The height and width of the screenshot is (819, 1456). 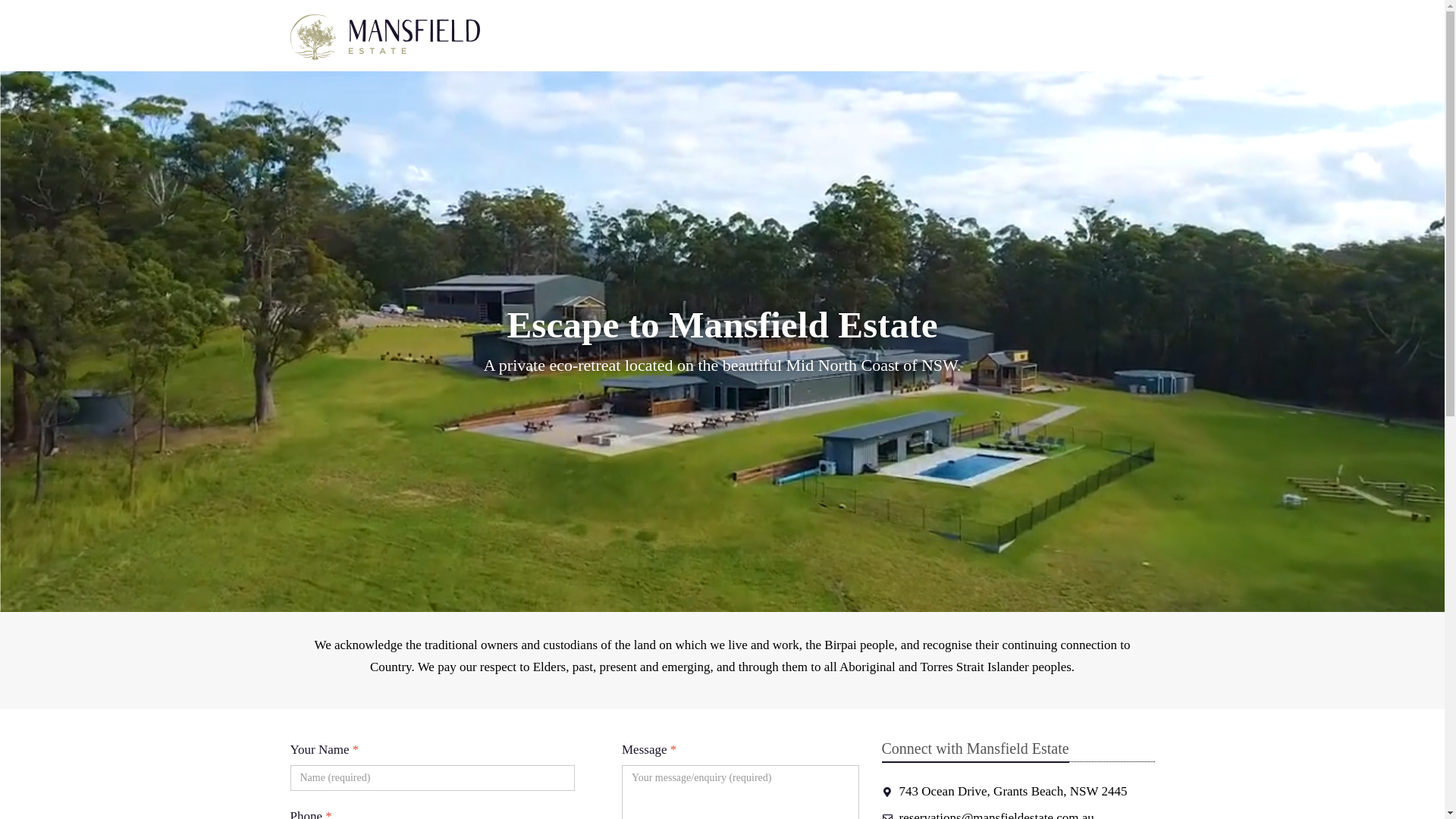 What do you see at coordinates (1004, 790) in the screenshot?
I see `'743 Ocean Drive, Grants Beach, NSW 2445'` at bounding box center [1004, 790].